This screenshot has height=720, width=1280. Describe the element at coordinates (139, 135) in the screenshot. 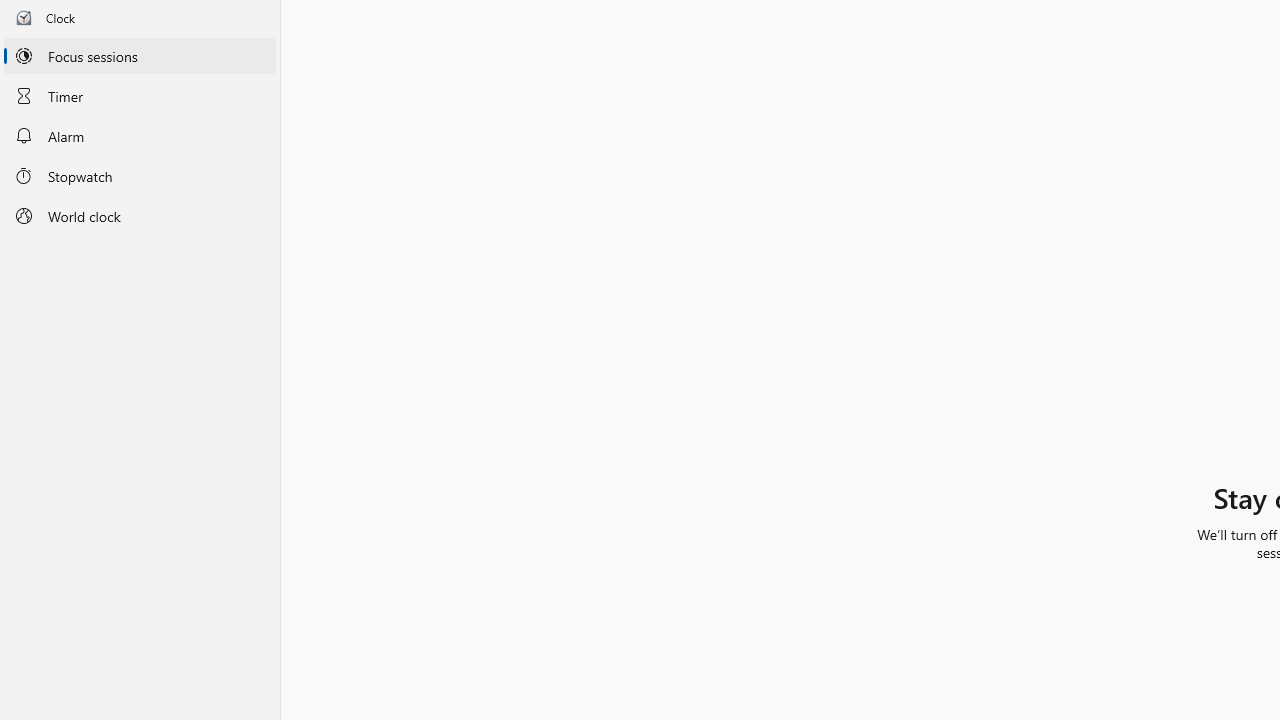

I see `'Alarm'` at that location.